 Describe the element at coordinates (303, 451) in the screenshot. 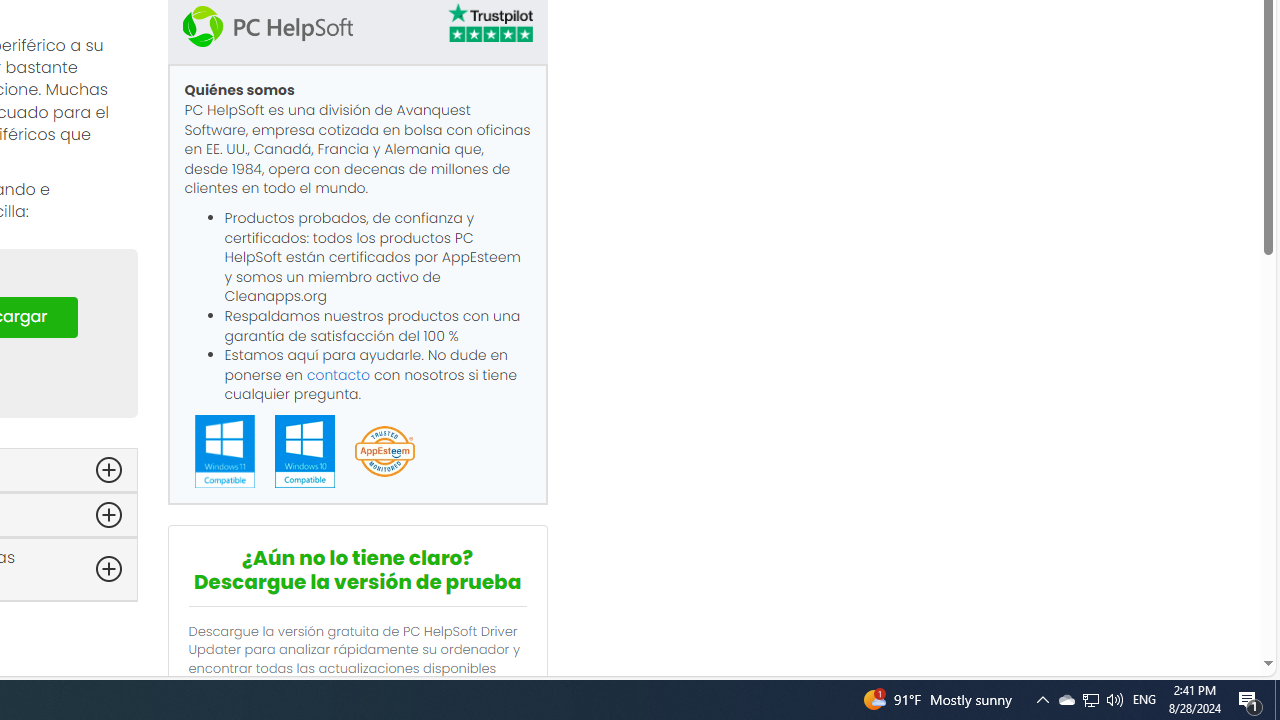

I see `'Windows 10 Compatible'` at that location.